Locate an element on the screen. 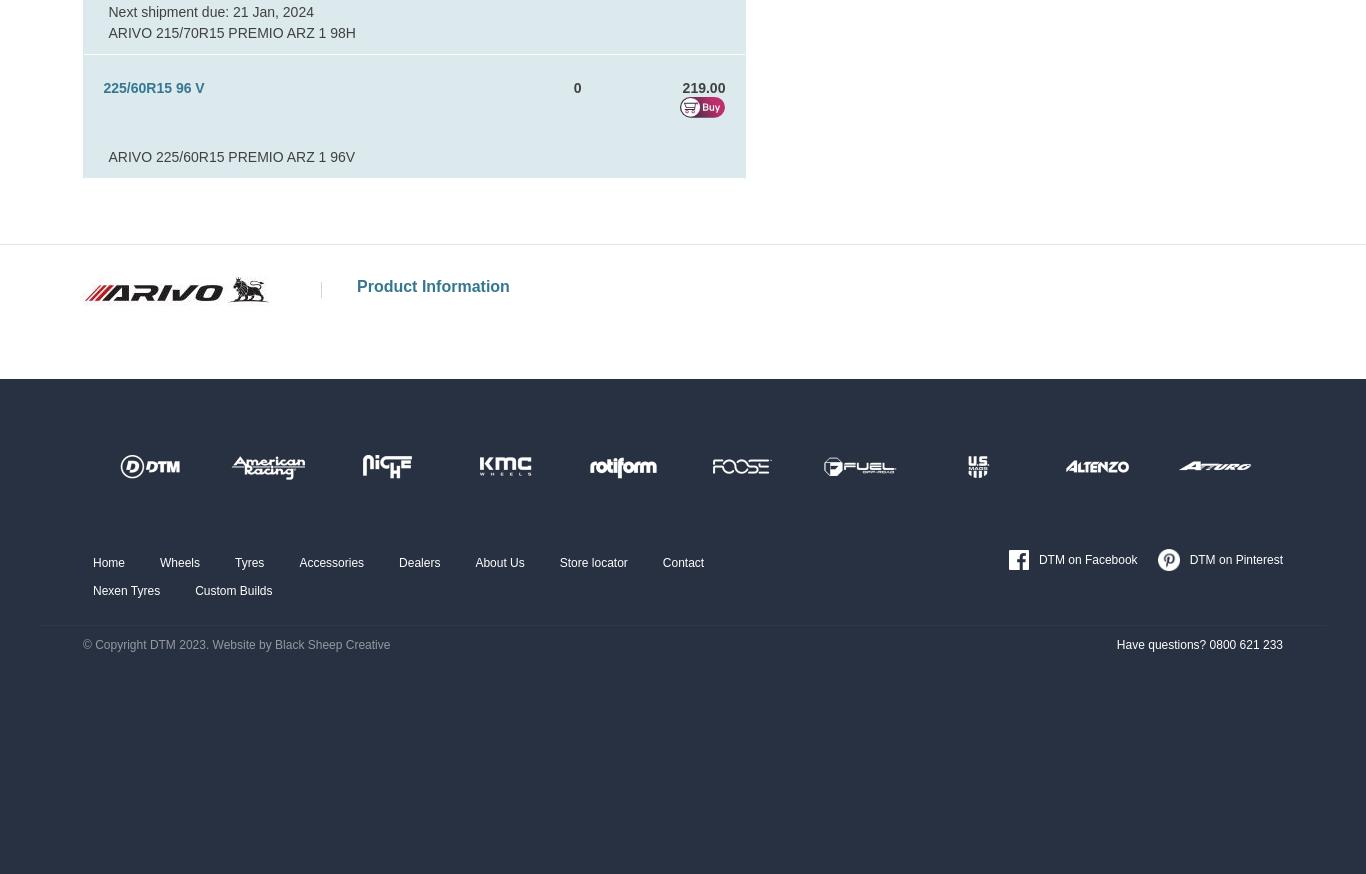  '© Copyright' is located at coordinates (114, 644).